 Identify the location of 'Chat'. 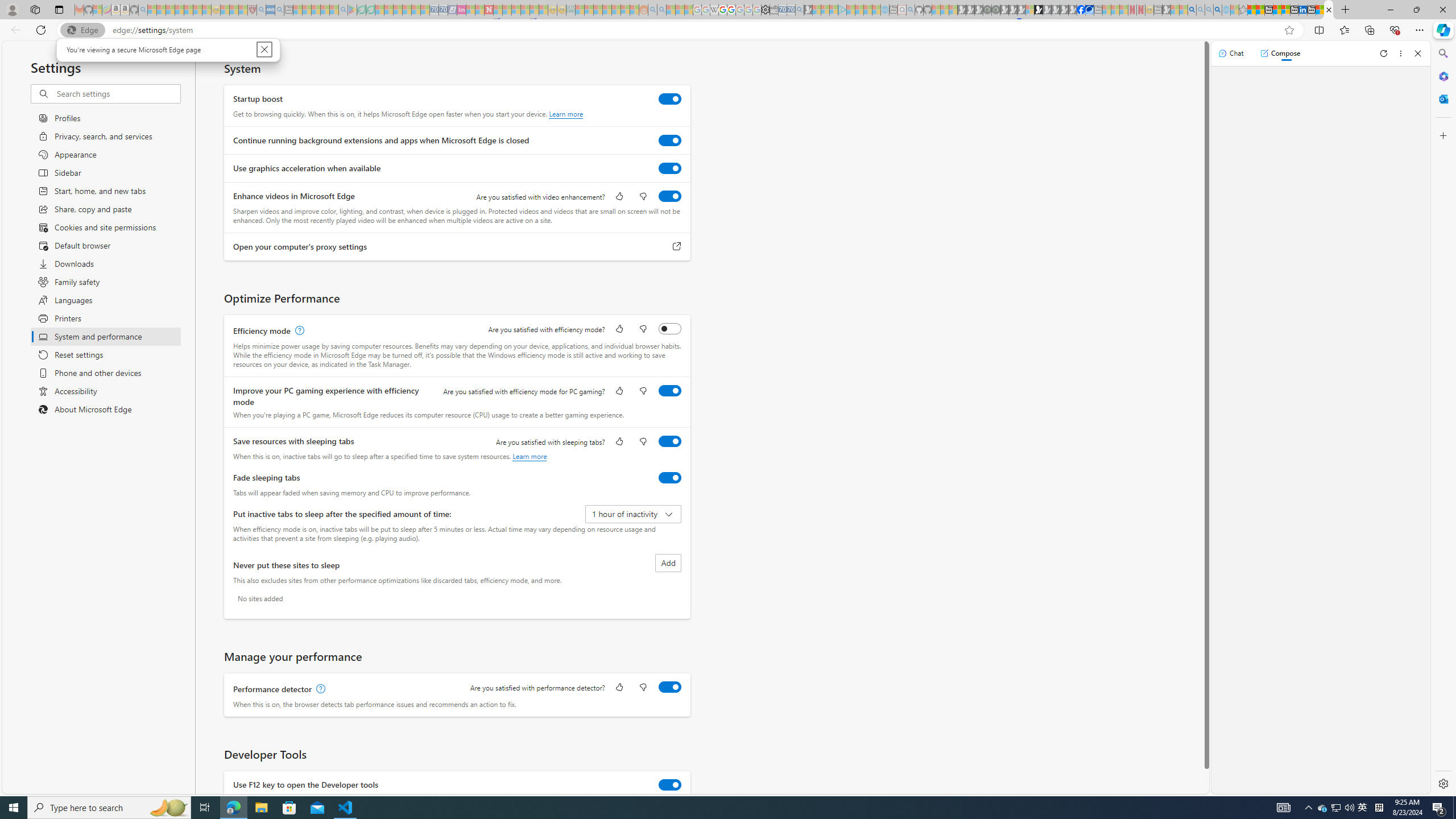
(1231, 52).